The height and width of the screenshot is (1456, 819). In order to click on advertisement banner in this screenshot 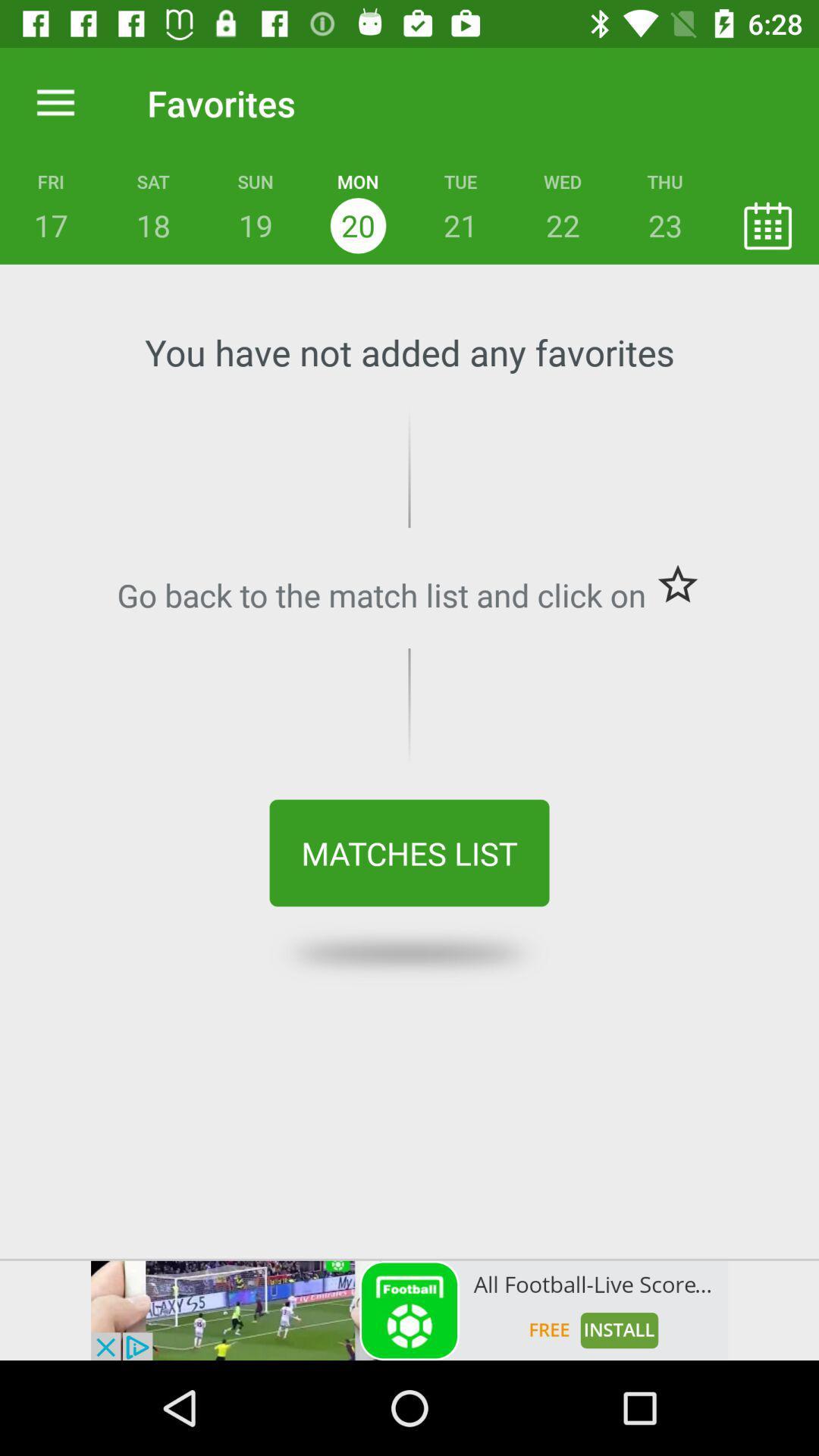, I will do `click(409, 1310)`.